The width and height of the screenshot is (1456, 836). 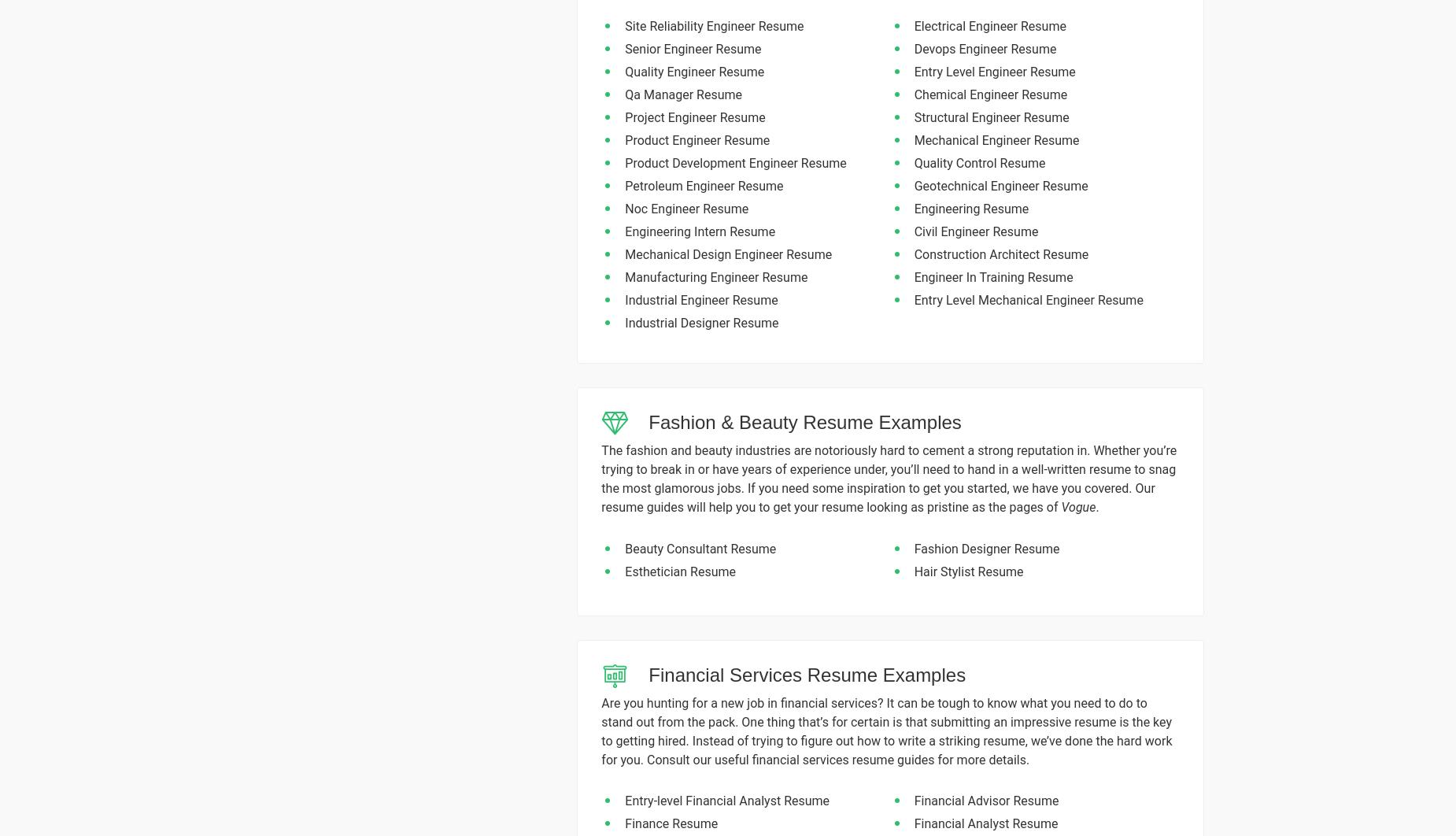 What do you see at coordinates (714, 25) in the screenshot?
I see `'Site Reliability Engineer Resume'` at bounding box center [714, 25].